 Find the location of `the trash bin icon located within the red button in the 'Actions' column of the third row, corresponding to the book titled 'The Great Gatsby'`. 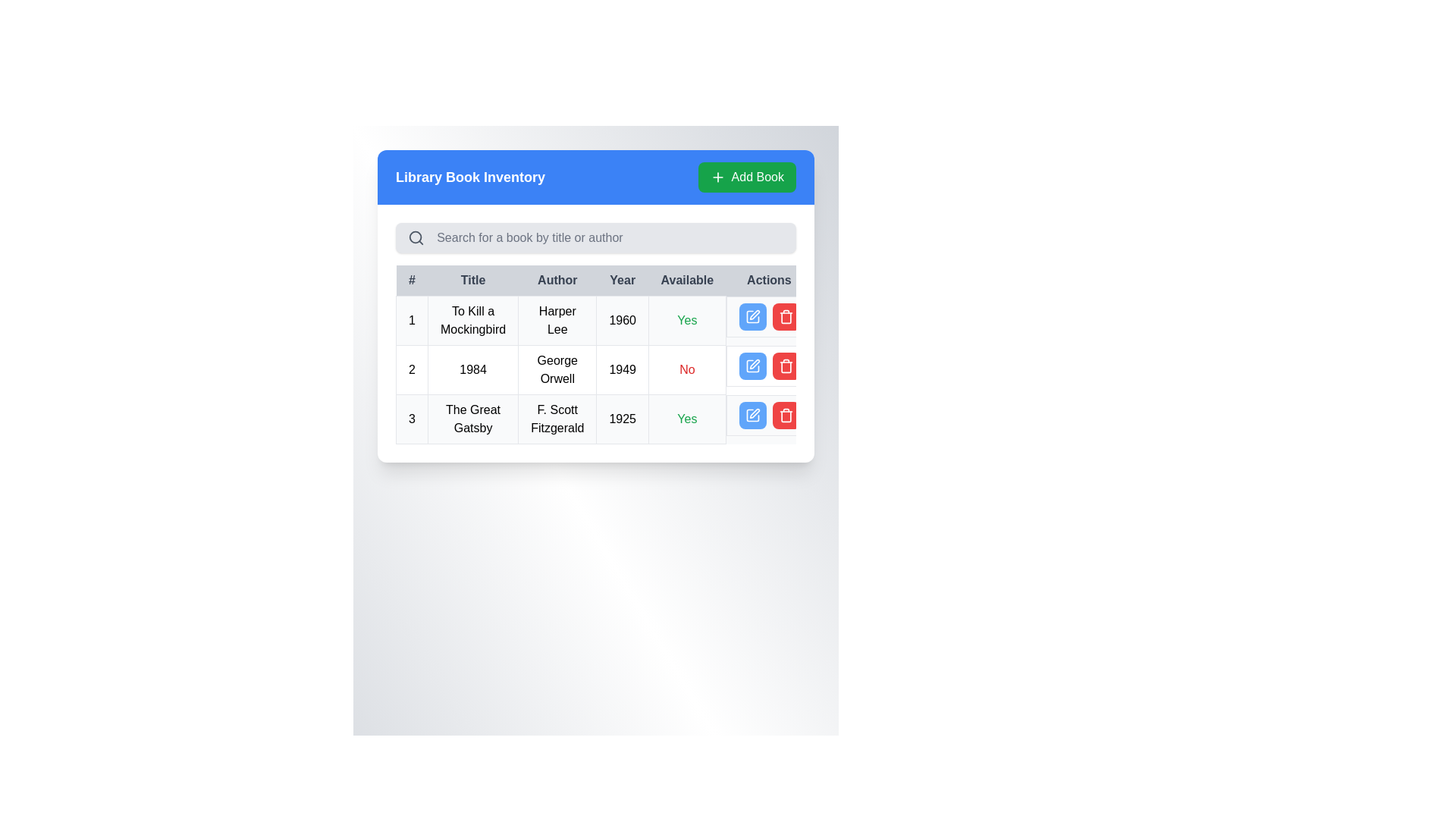

the trash bin icon located within the red button in the 'Actions' column of the third row, corresponding to the book titled 'The Great Gatsby' is located at coordinates (786, 315).